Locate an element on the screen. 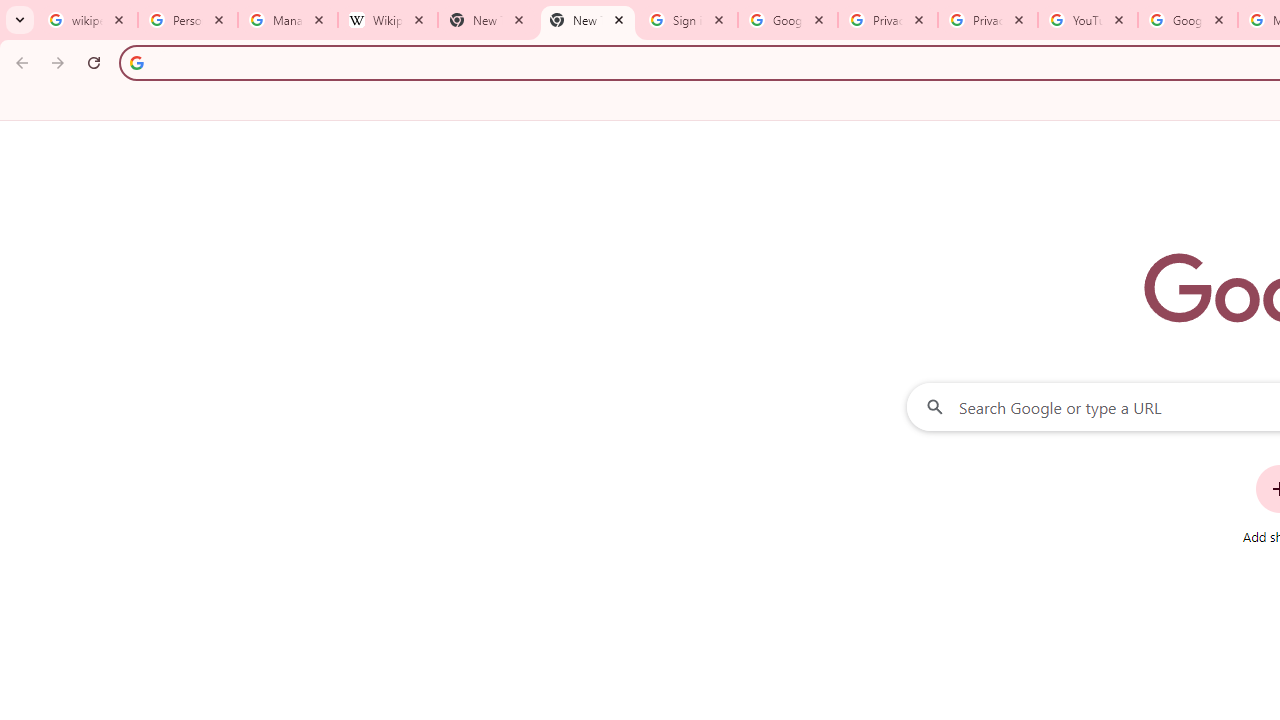 This screenshot has height=720, width=1280. 'Google Drive: Sign-in' is located at coordinates (787, 20).